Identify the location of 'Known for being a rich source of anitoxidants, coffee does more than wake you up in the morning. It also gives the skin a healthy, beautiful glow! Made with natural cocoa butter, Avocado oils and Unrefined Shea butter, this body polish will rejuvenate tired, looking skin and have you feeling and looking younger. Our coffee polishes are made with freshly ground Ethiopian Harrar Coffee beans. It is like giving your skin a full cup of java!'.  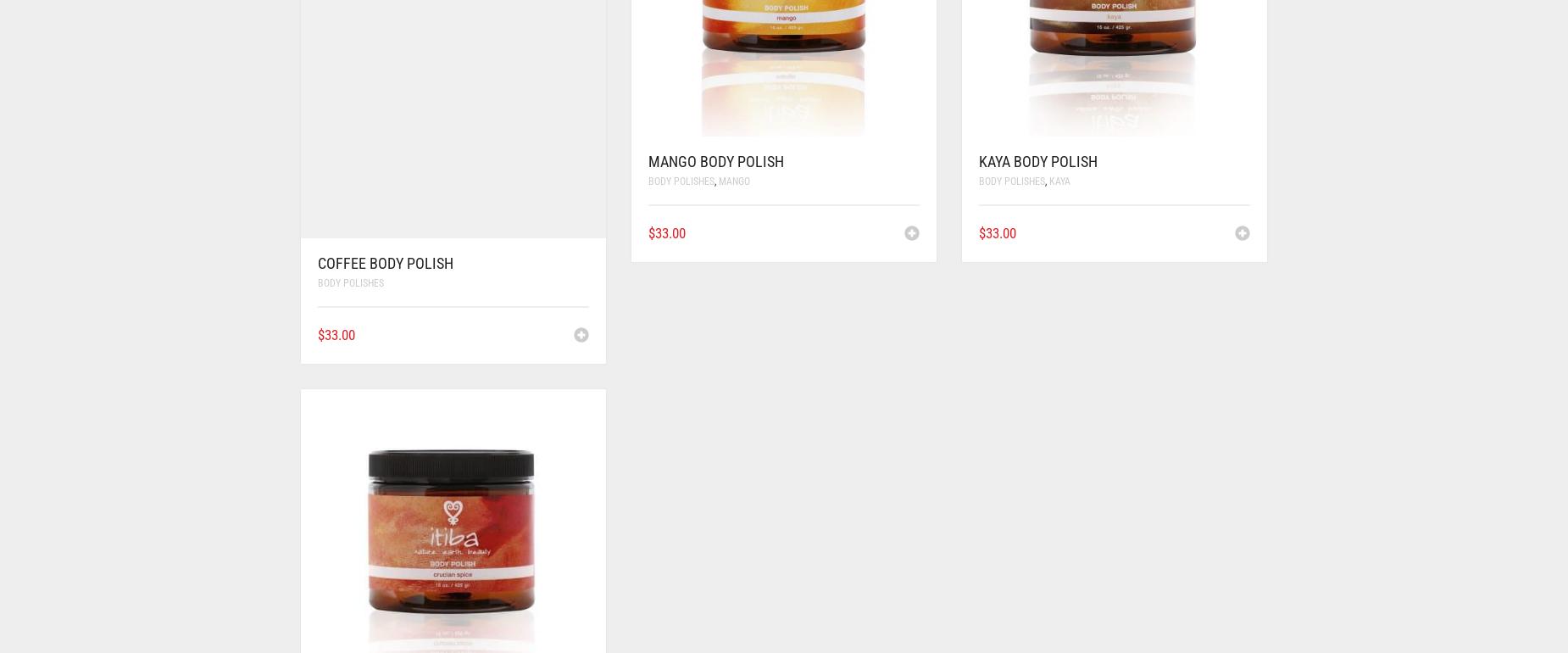
(1004, 155).